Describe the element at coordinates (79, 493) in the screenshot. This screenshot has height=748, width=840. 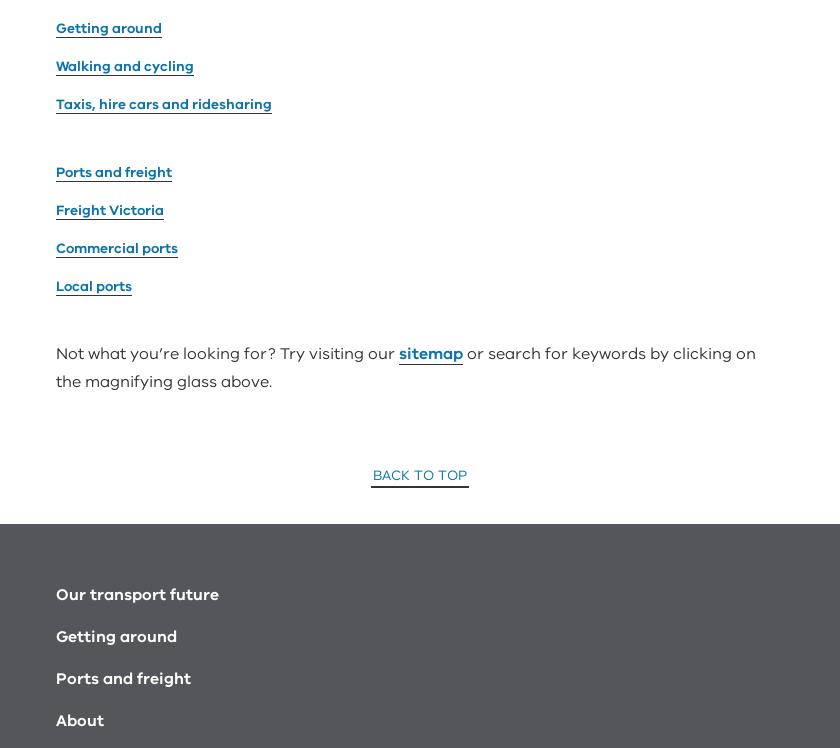
I see `'About'` at that location.